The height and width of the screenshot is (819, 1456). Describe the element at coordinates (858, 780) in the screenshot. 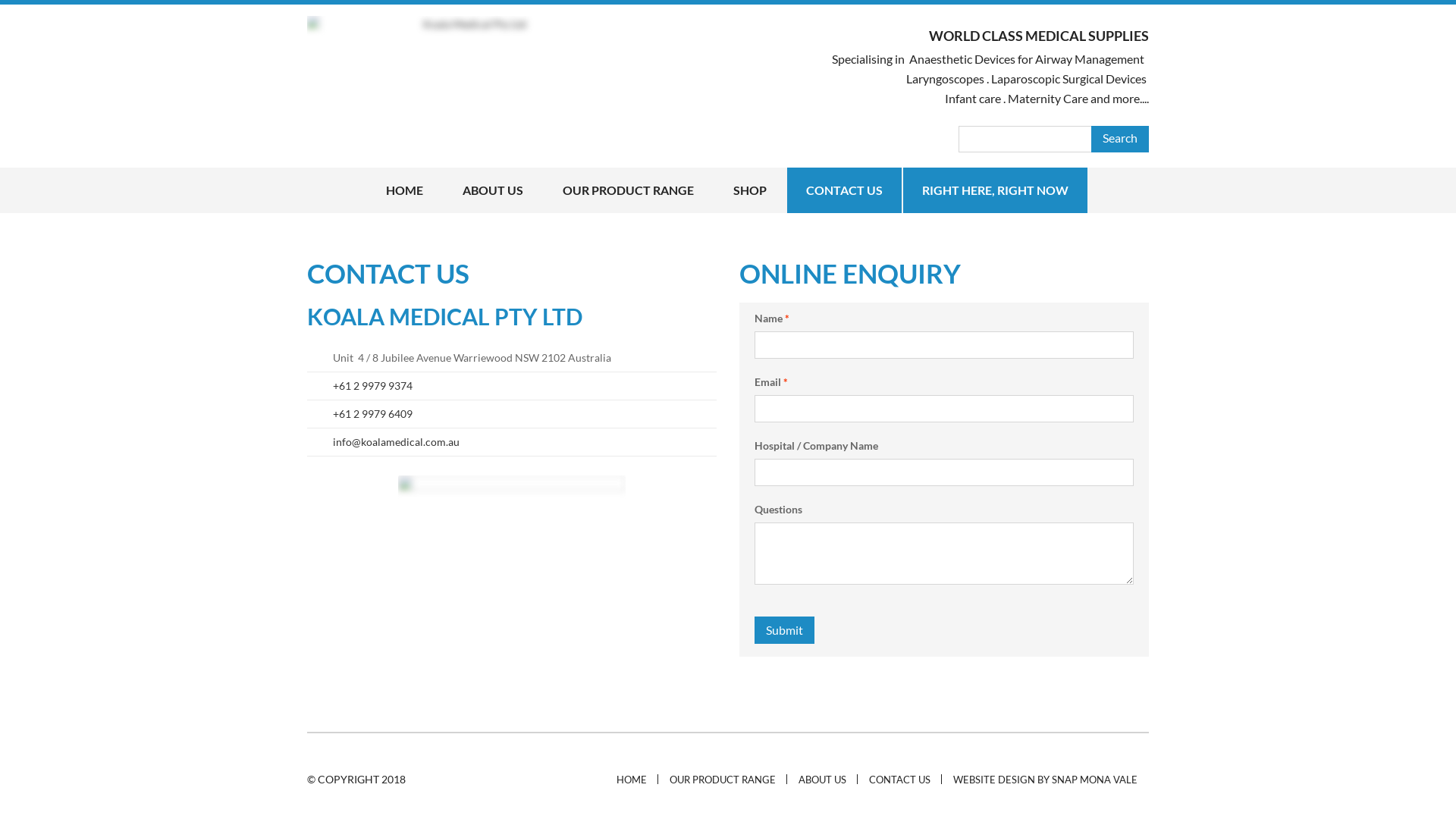

I see `'CONTACT US'` at that location.